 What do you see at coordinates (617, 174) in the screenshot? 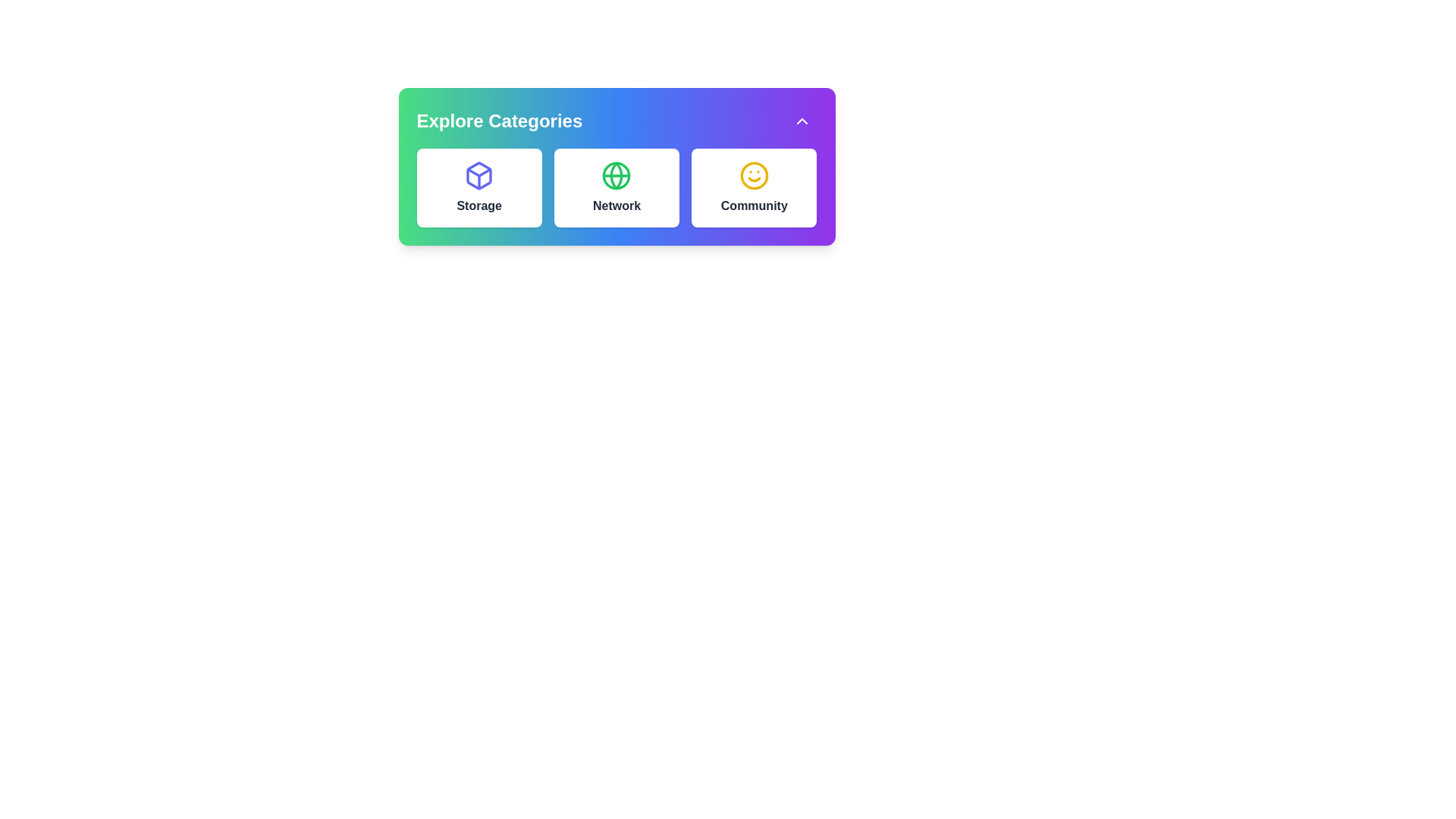
I see `the green circular graphical icon resembling a globe, which is centered in the 'Network' button located beneath the 'Explore Categories' heading` at bounding box center [617, 174].